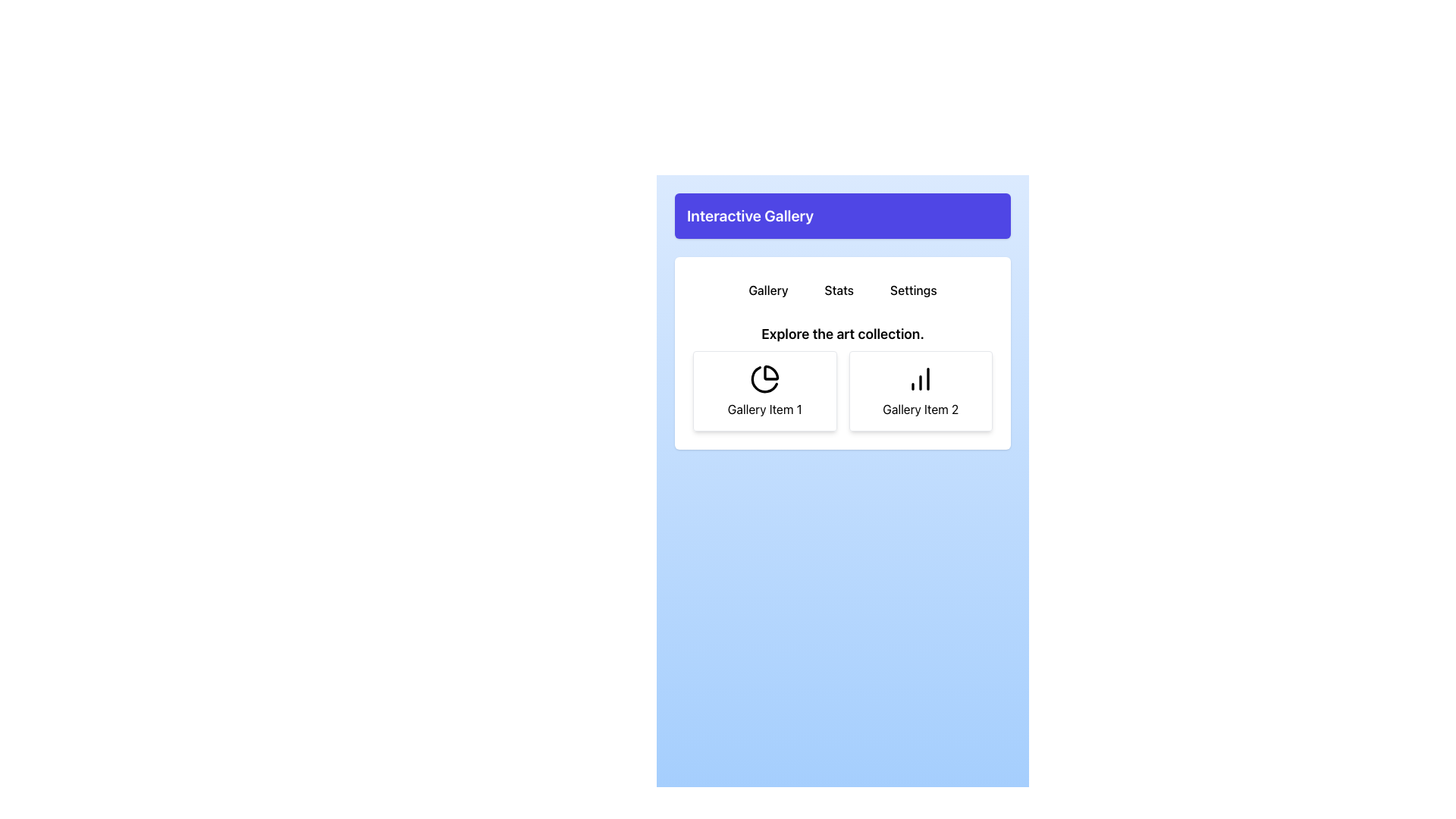 This screenshot has width=1456, height=819. I want to click on the selectable card representing 'Gallery Item 2' in the gallery list, so click(920, 391).